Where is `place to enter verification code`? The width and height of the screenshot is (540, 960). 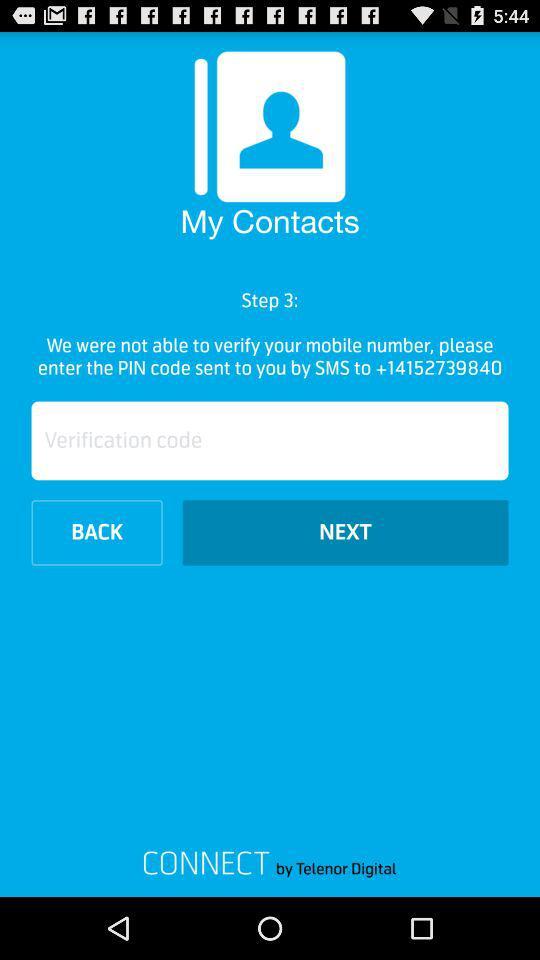 place to enter verification code is located at coordinates (270, 440).